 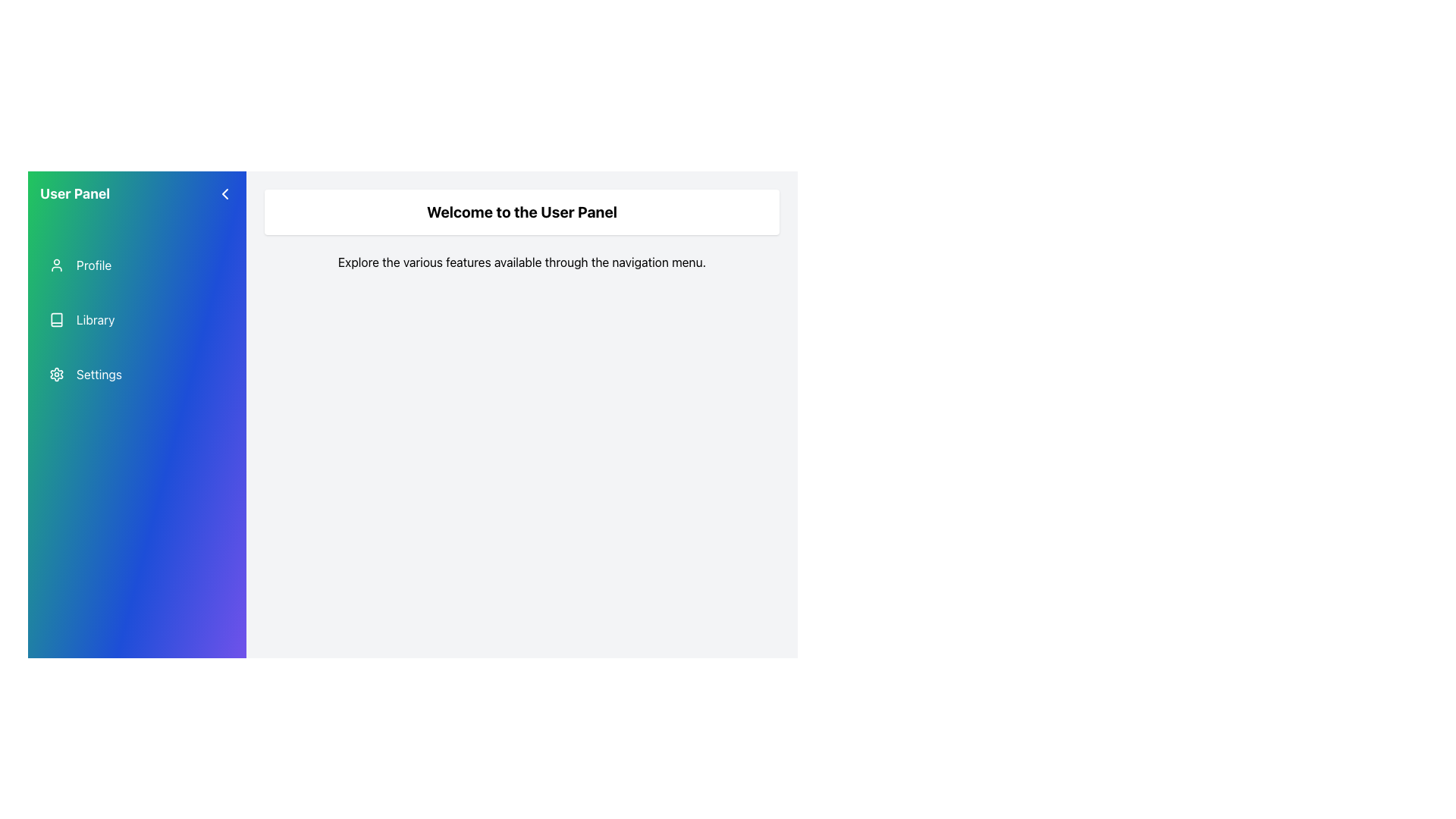 What do you see at coordinates (224, 193) in the screenshot?
I see `the navigation control icon located in the top-left corner of the sidebar` at bounding box center [224, 193].